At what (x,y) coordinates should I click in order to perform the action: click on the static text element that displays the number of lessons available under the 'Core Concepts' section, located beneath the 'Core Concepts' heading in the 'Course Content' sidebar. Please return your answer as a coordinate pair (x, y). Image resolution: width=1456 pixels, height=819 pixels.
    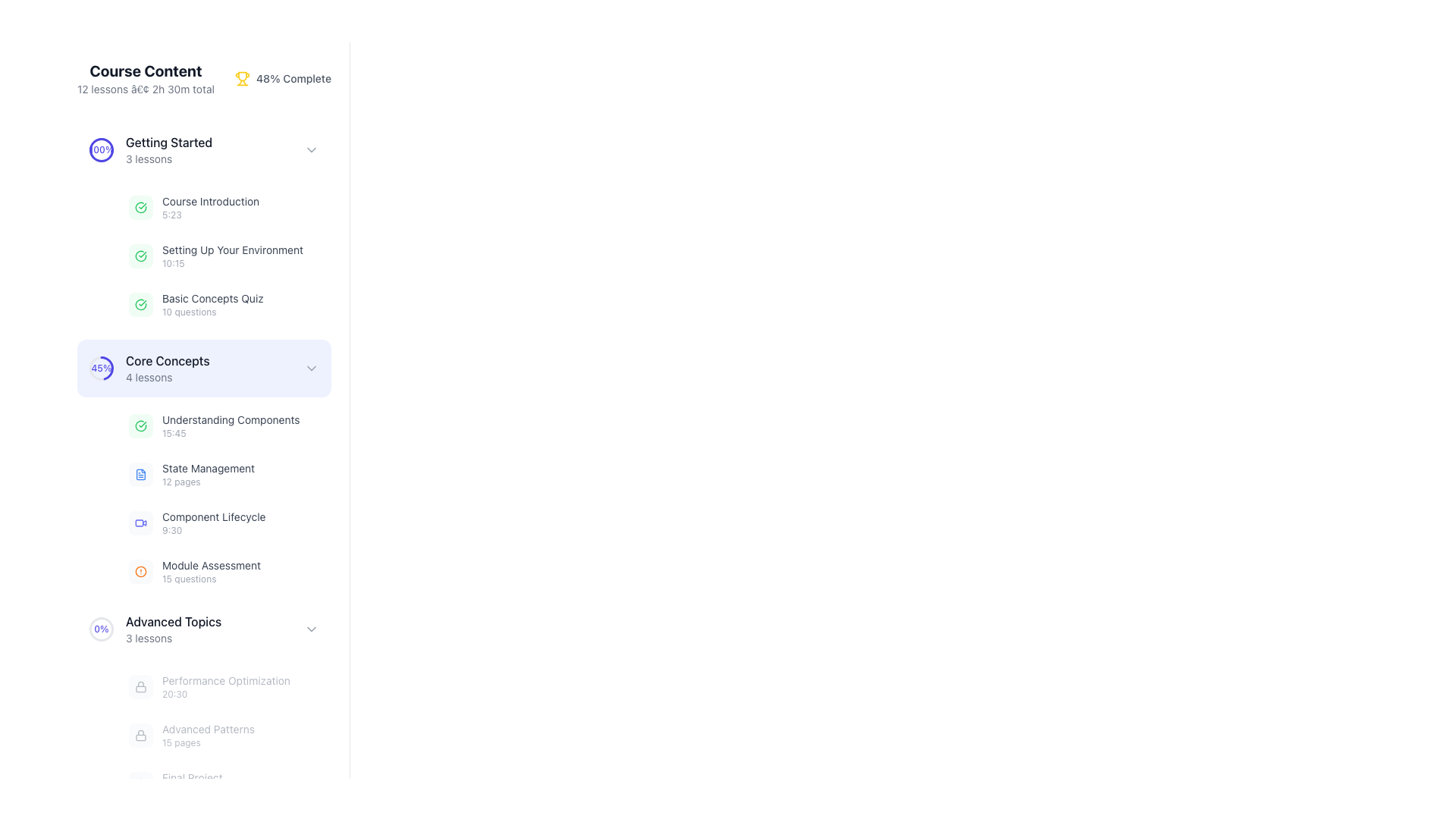
    Looking at the image, I should click on (168, 376).